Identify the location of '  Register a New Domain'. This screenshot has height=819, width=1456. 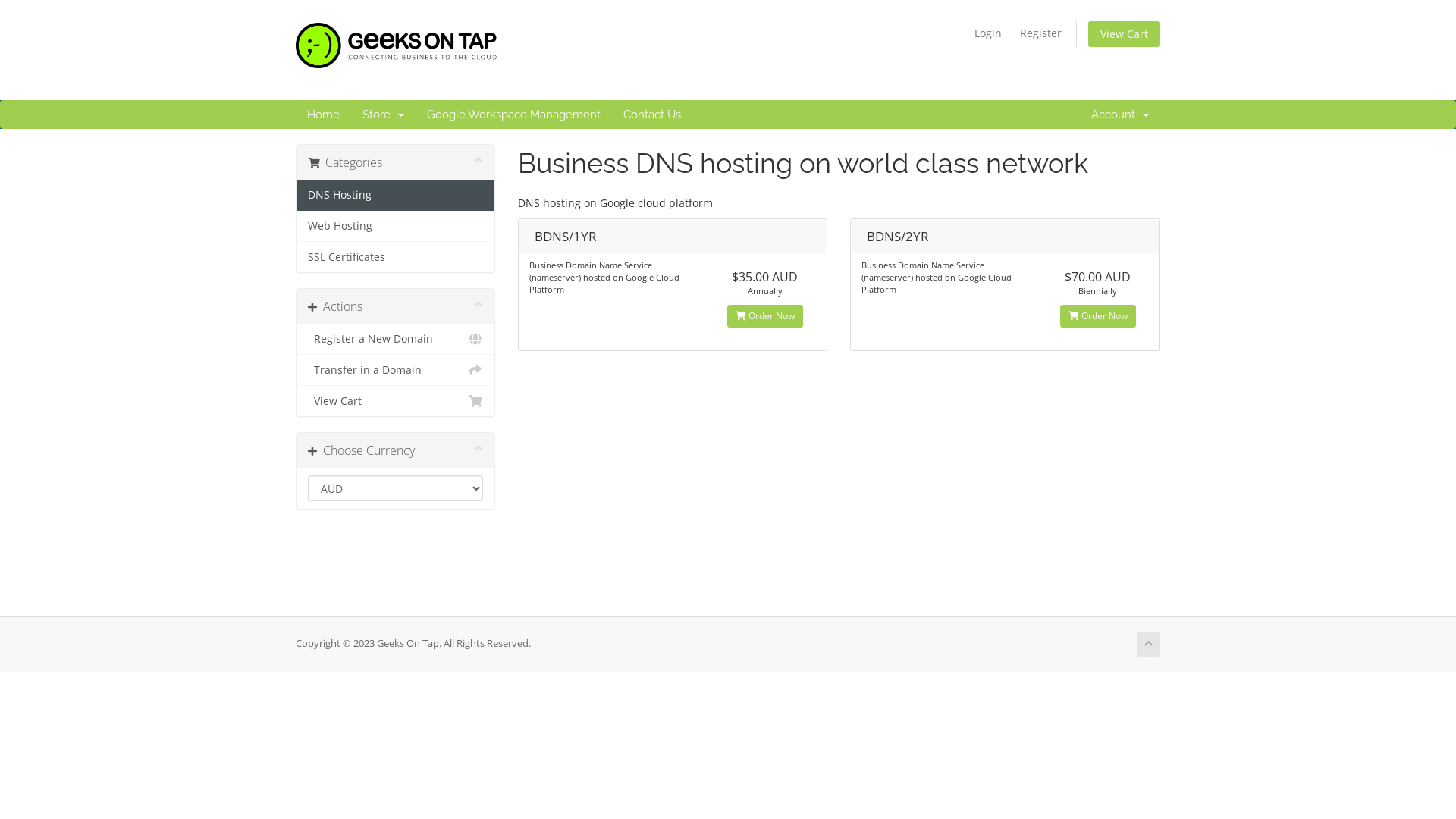
(395, 338).